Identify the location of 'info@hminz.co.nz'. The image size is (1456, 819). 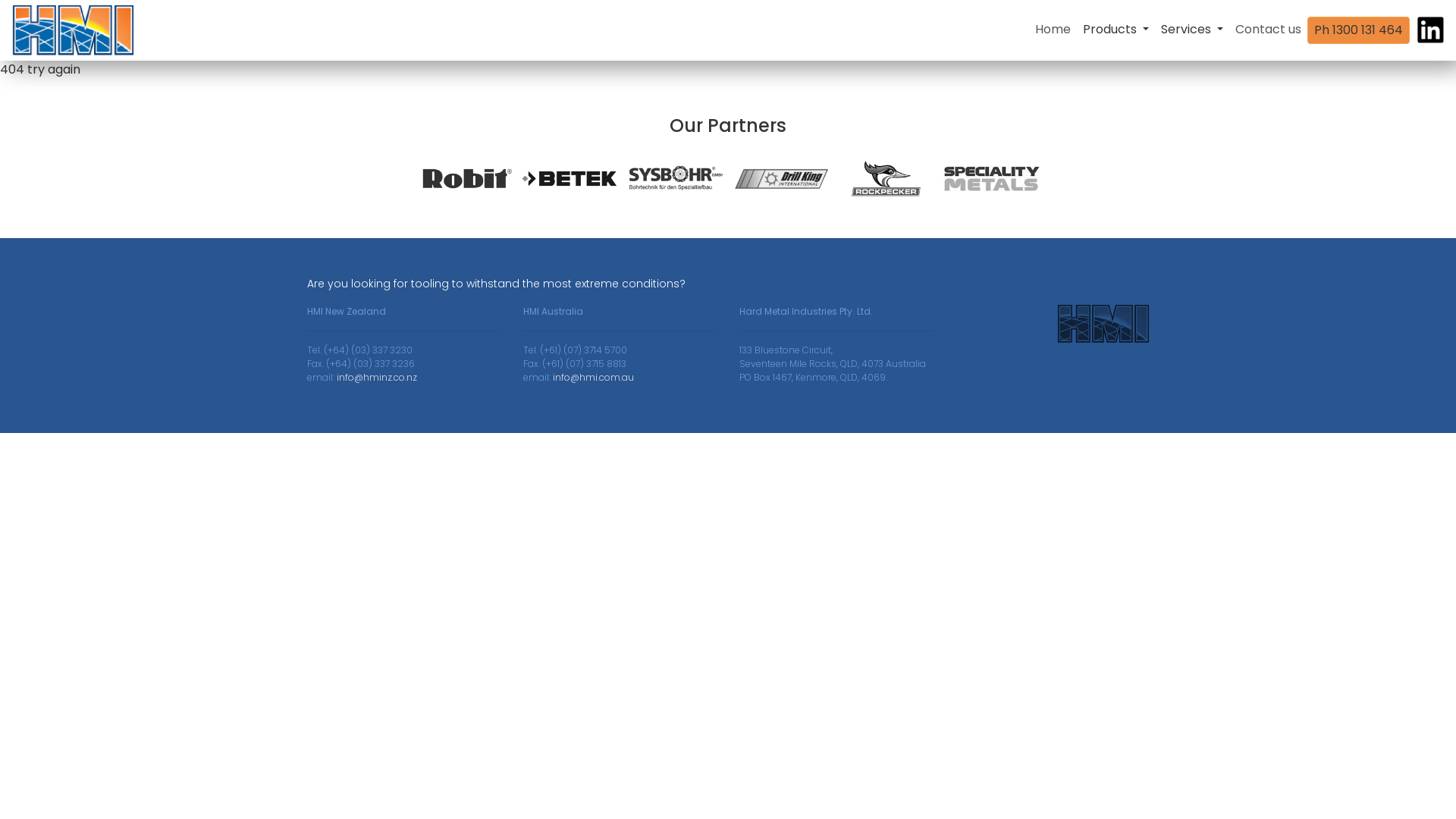
(377, 376).